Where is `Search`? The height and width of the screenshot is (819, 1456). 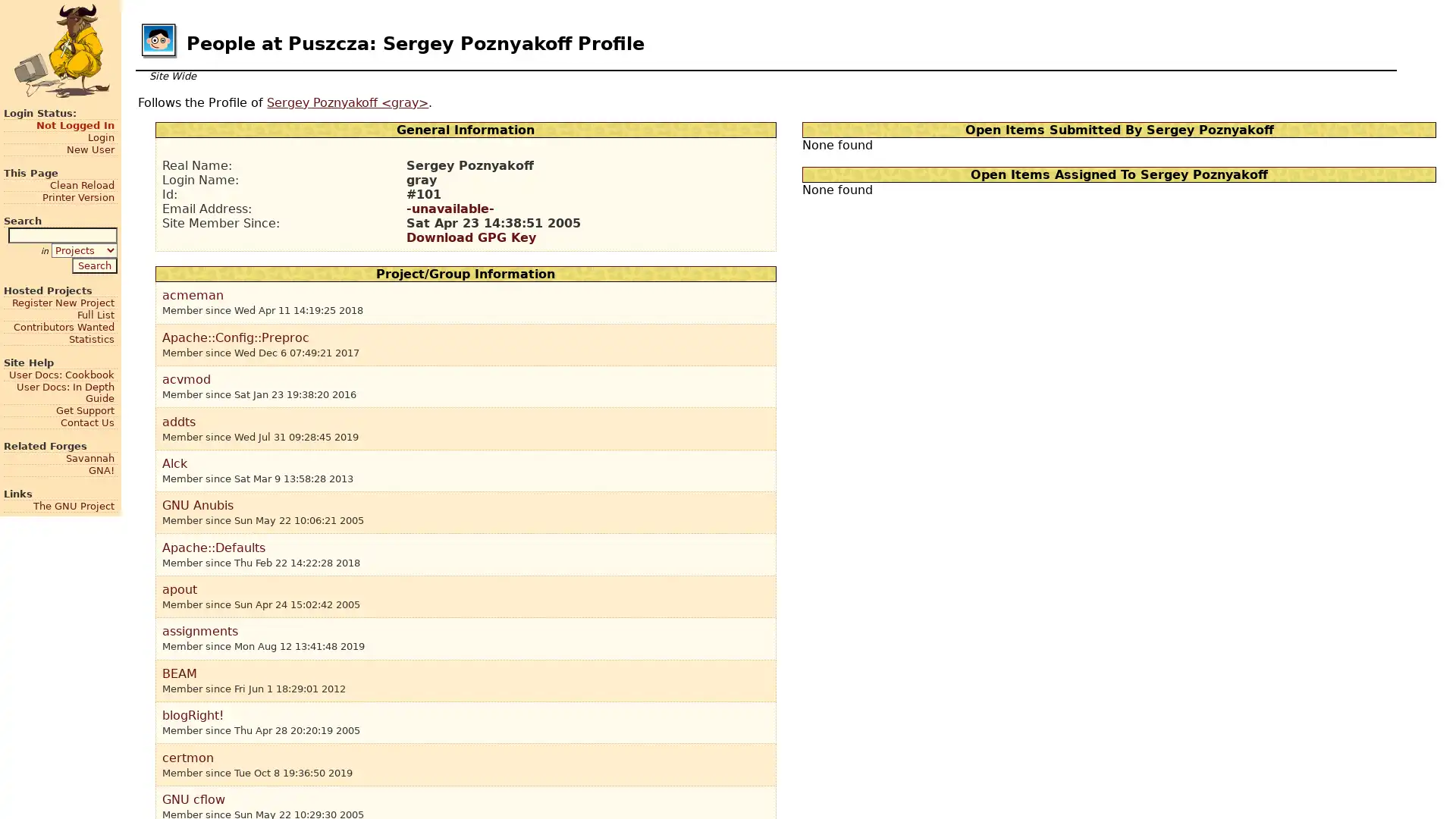 Search is located at coordinates (93, 264).